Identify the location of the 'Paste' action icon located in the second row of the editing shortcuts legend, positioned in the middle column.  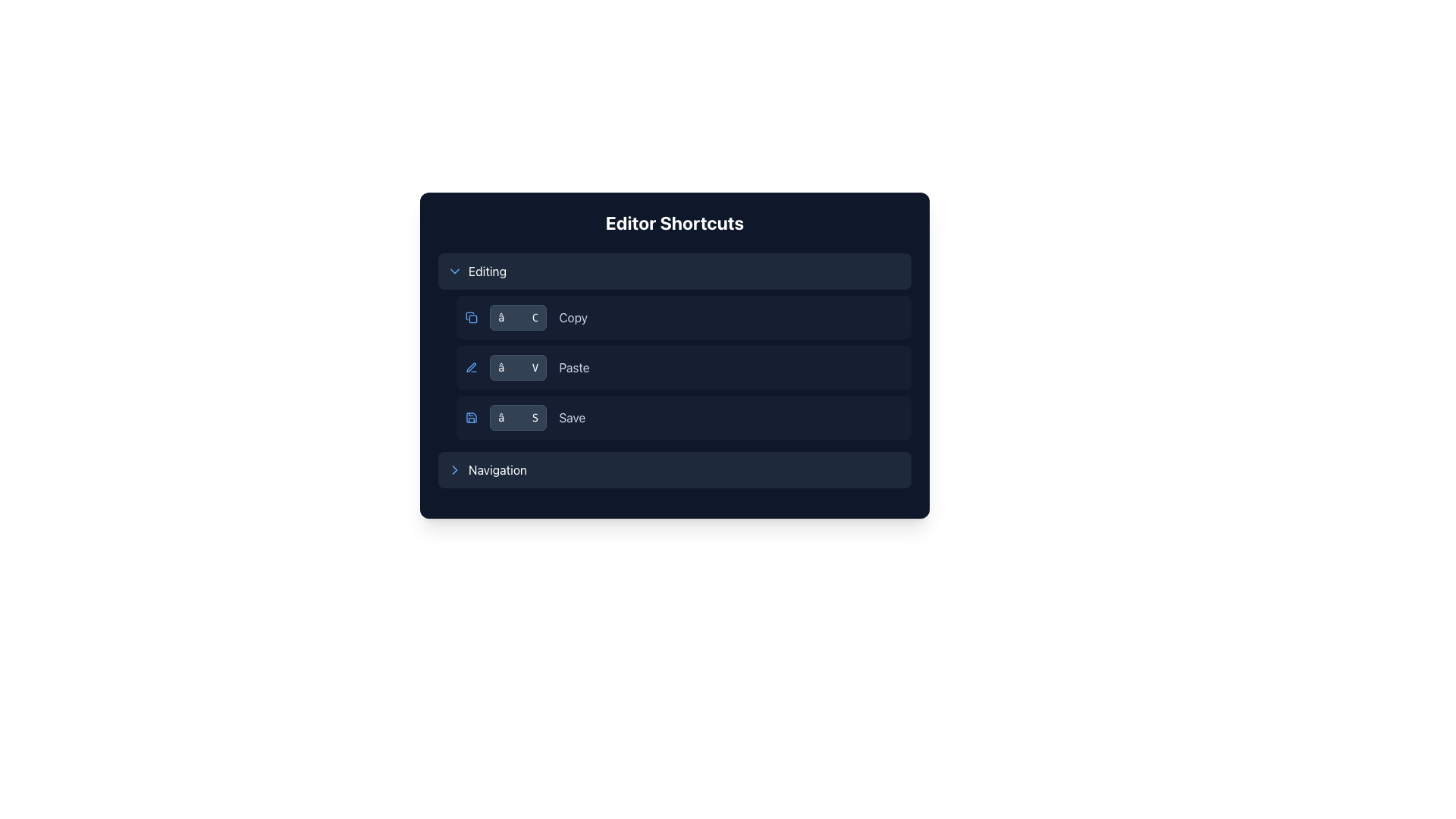
(470, 367).